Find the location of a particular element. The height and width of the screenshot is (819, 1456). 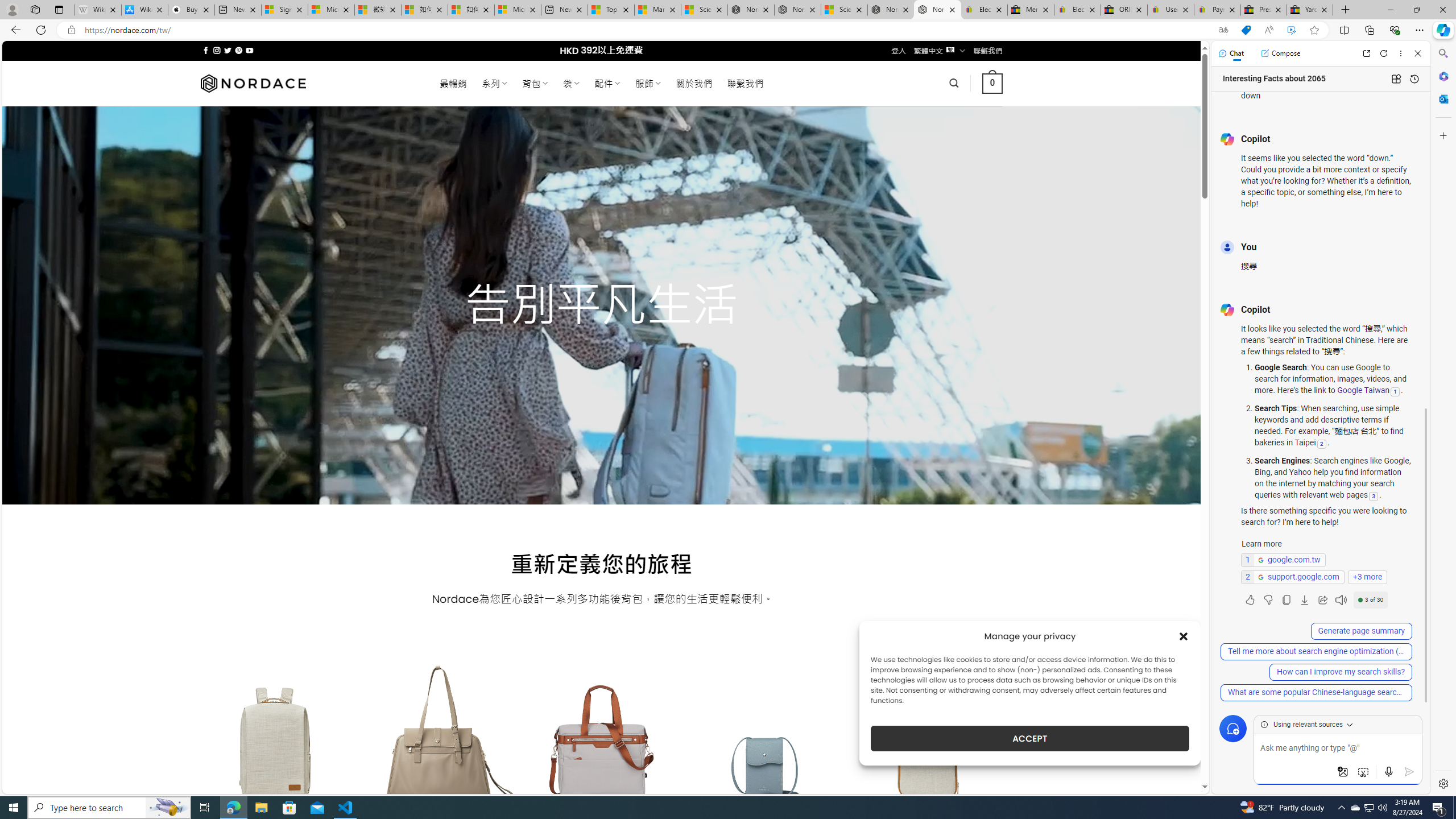

'Enhance video' is located at coordinates (1291, 30).